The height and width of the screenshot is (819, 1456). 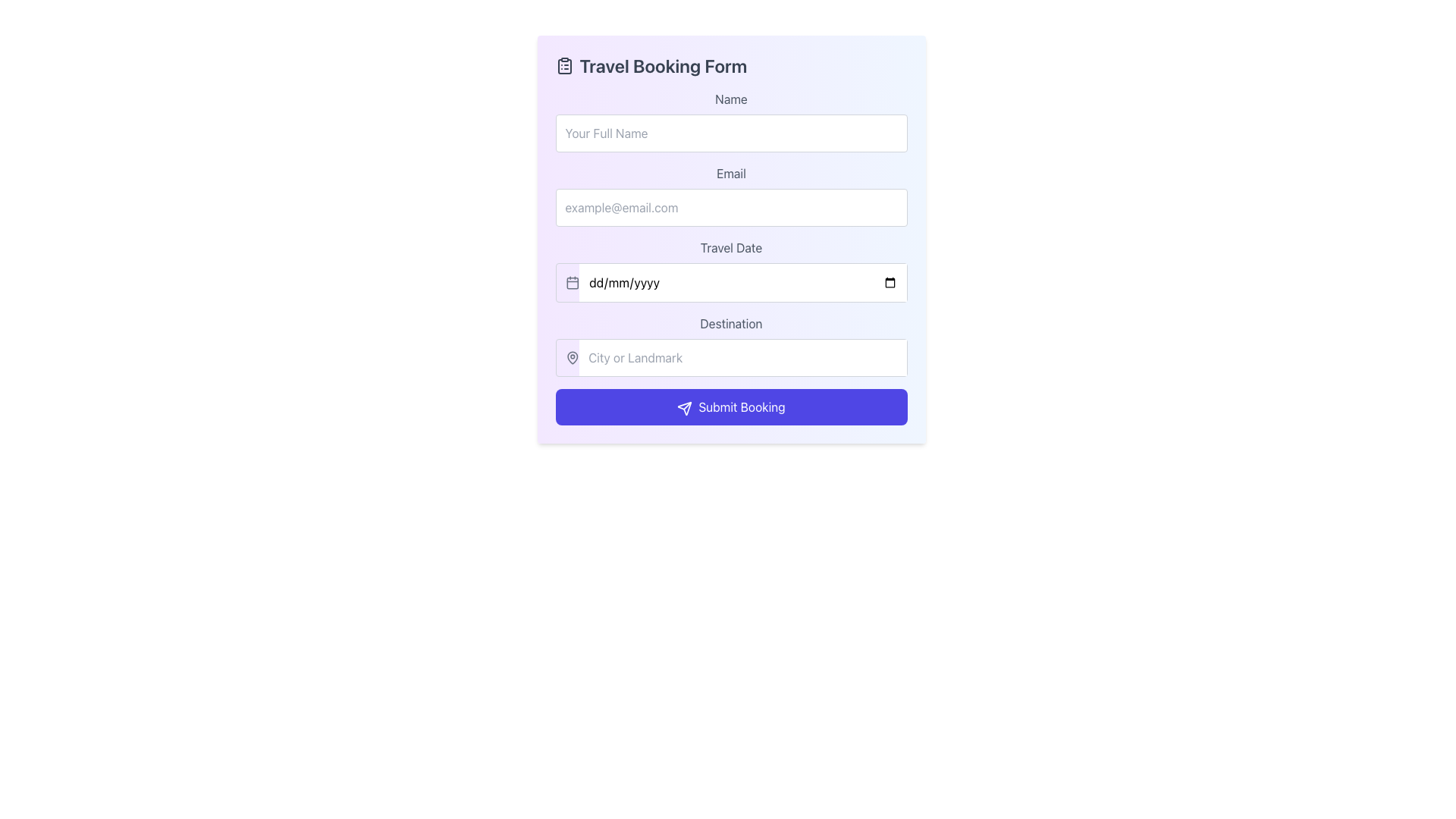 I want to click on the icon located to the left of the 'Submit Booking' button, which visually indicates the action of submission, so click(x=684, y=407).